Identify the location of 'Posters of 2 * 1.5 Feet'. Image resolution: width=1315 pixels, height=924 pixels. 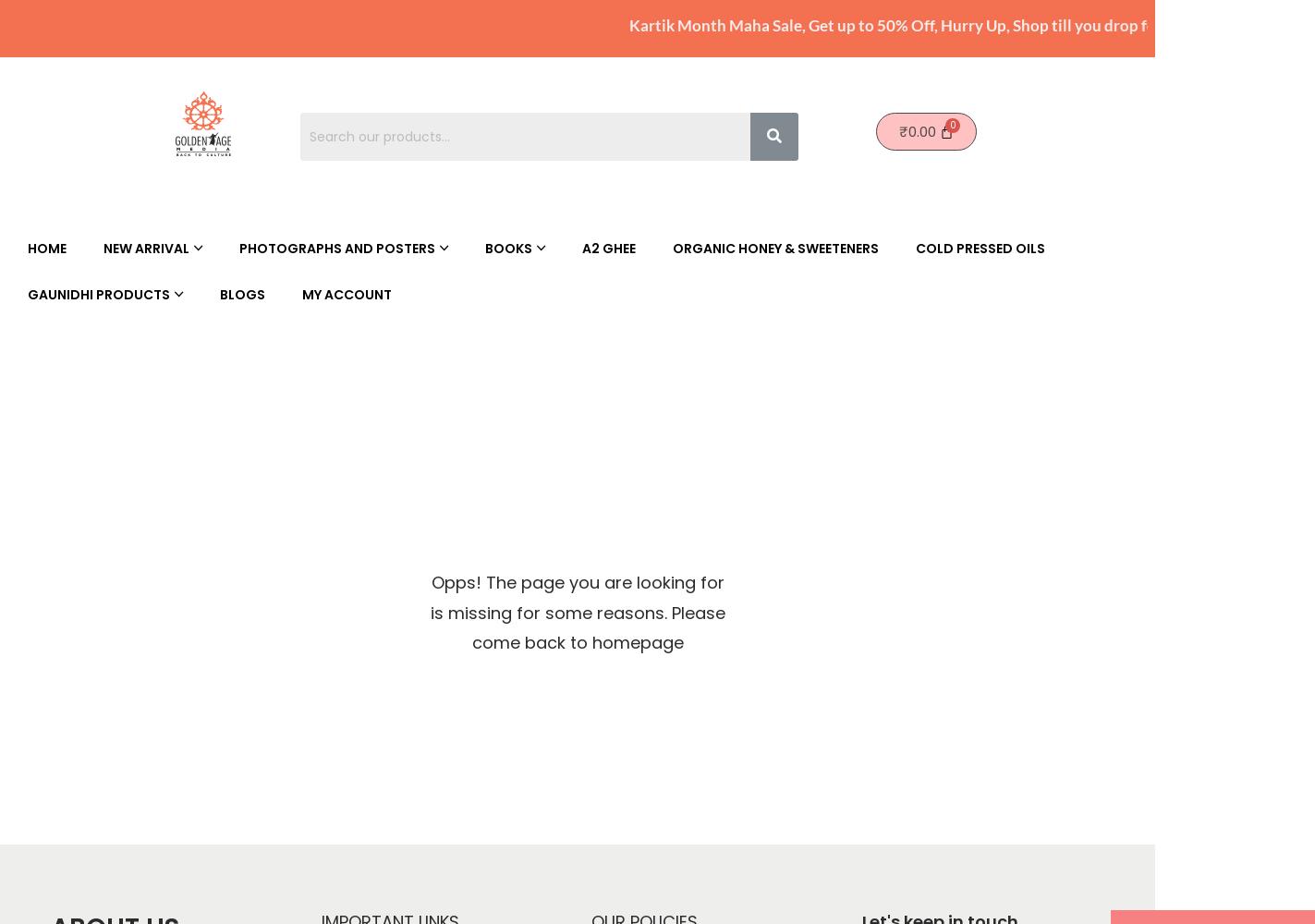
(588, 360).